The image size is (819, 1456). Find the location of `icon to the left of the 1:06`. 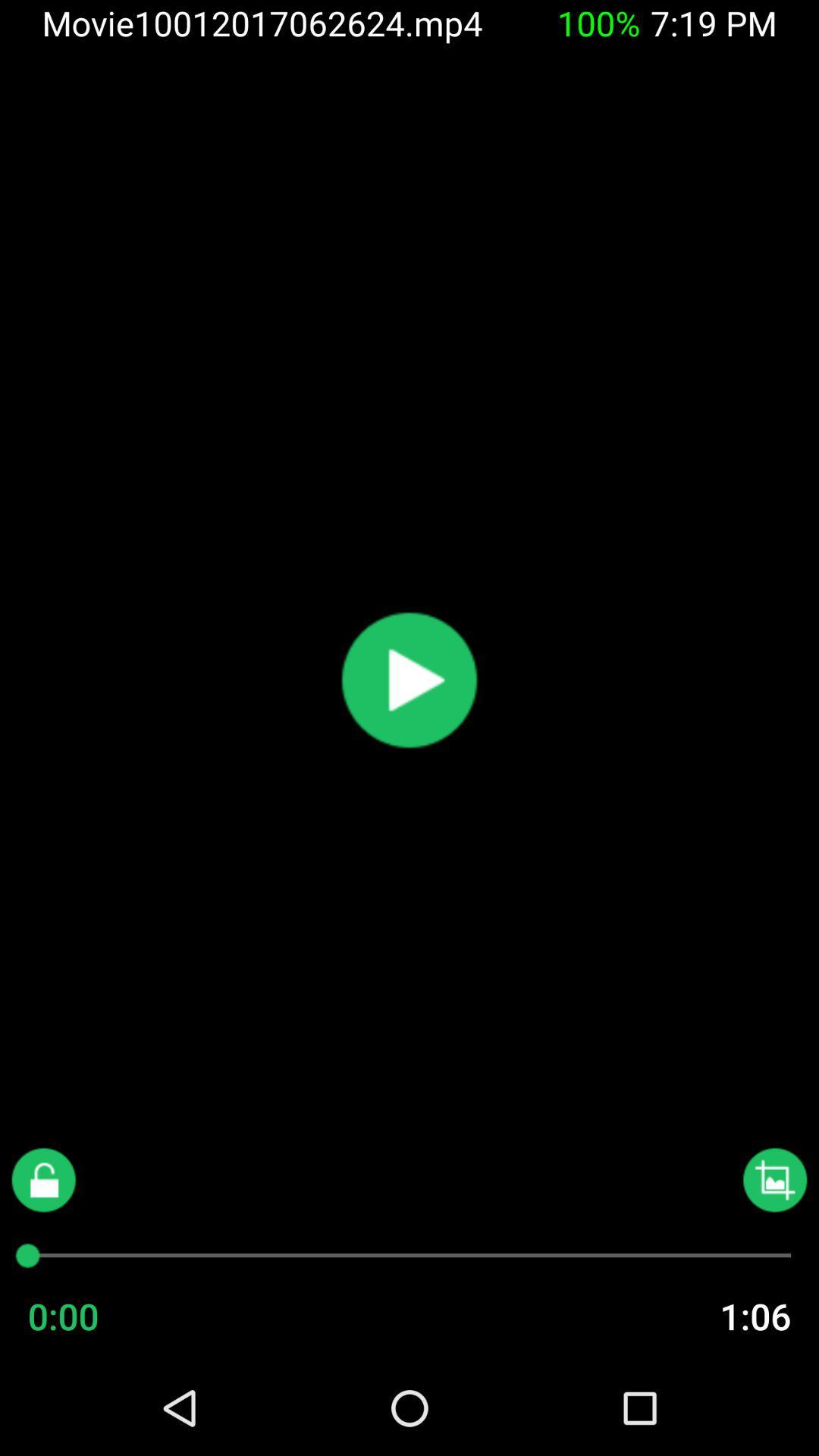

icon to the left of the 1:06 is located at coordinates (93, 1315).